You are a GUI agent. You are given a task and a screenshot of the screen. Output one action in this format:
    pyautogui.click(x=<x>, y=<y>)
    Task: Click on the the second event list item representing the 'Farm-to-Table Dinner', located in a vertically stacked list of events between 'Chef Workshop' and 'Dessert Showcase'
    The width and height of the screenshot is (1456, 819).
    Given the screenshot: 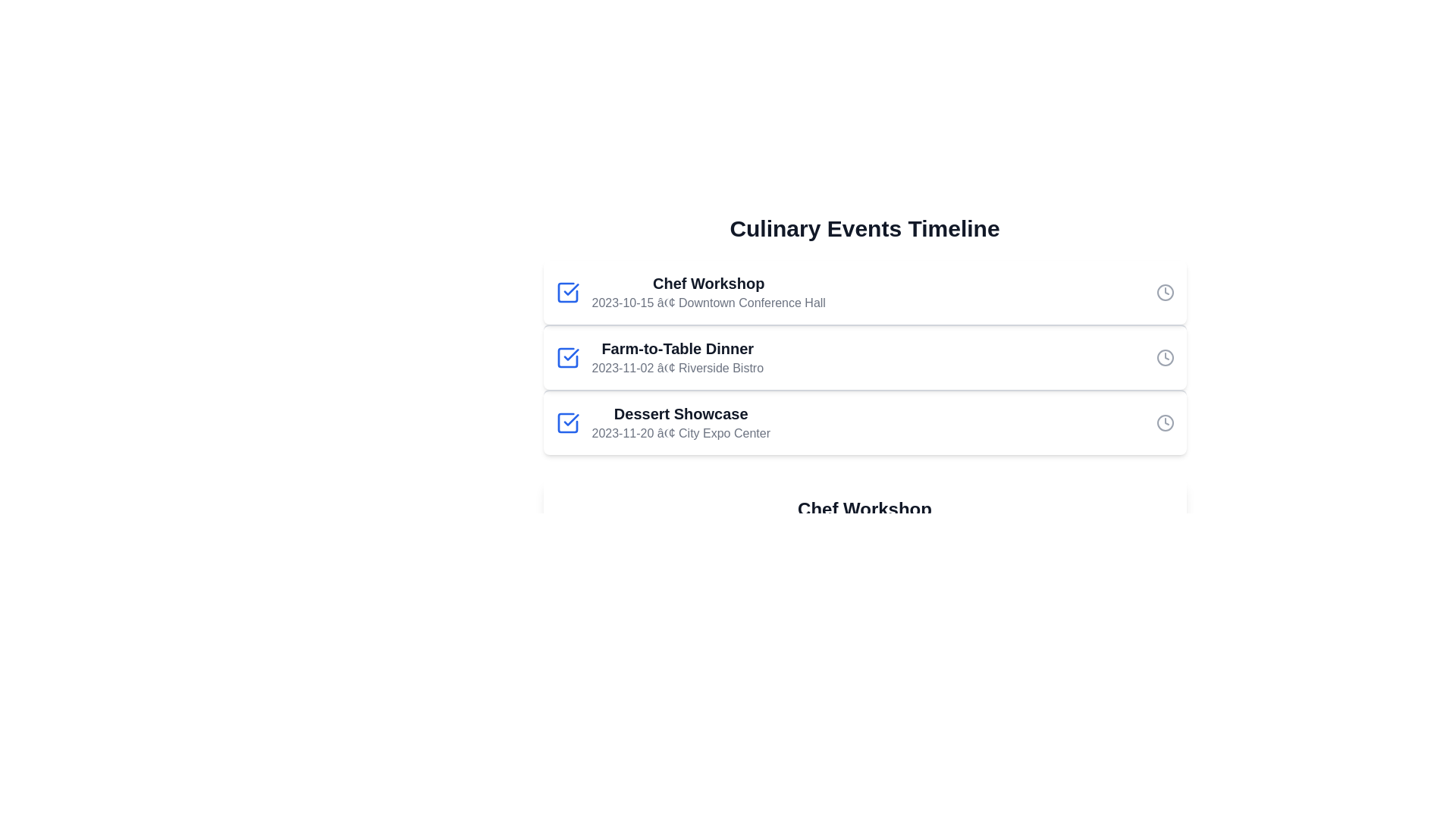 What is the action you would take?
    pyautogui.click(x=864, y=356)
    